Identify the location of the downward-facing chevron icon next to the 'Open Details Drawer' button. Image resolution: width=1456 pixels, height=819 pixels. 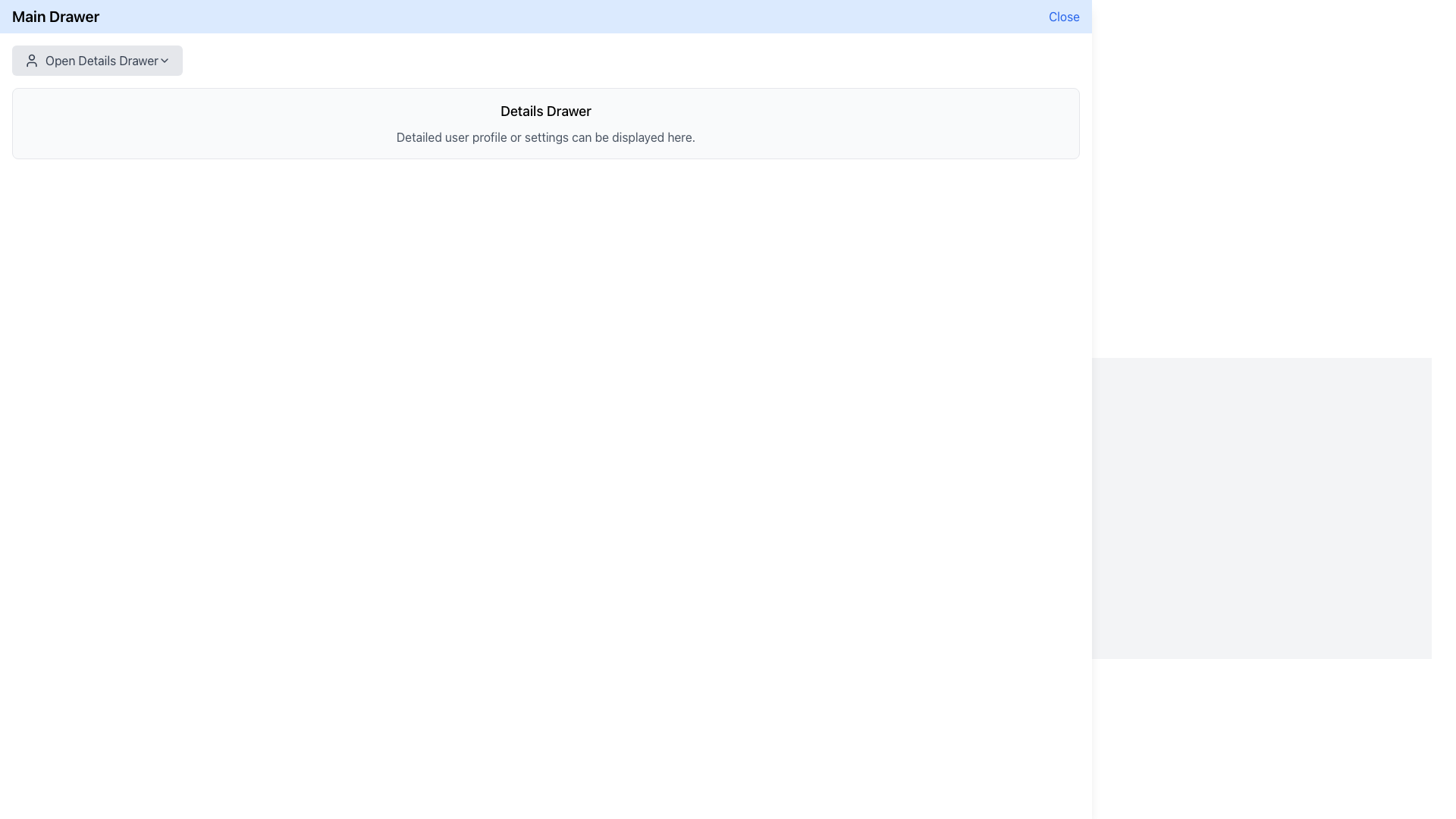
(164, 60).